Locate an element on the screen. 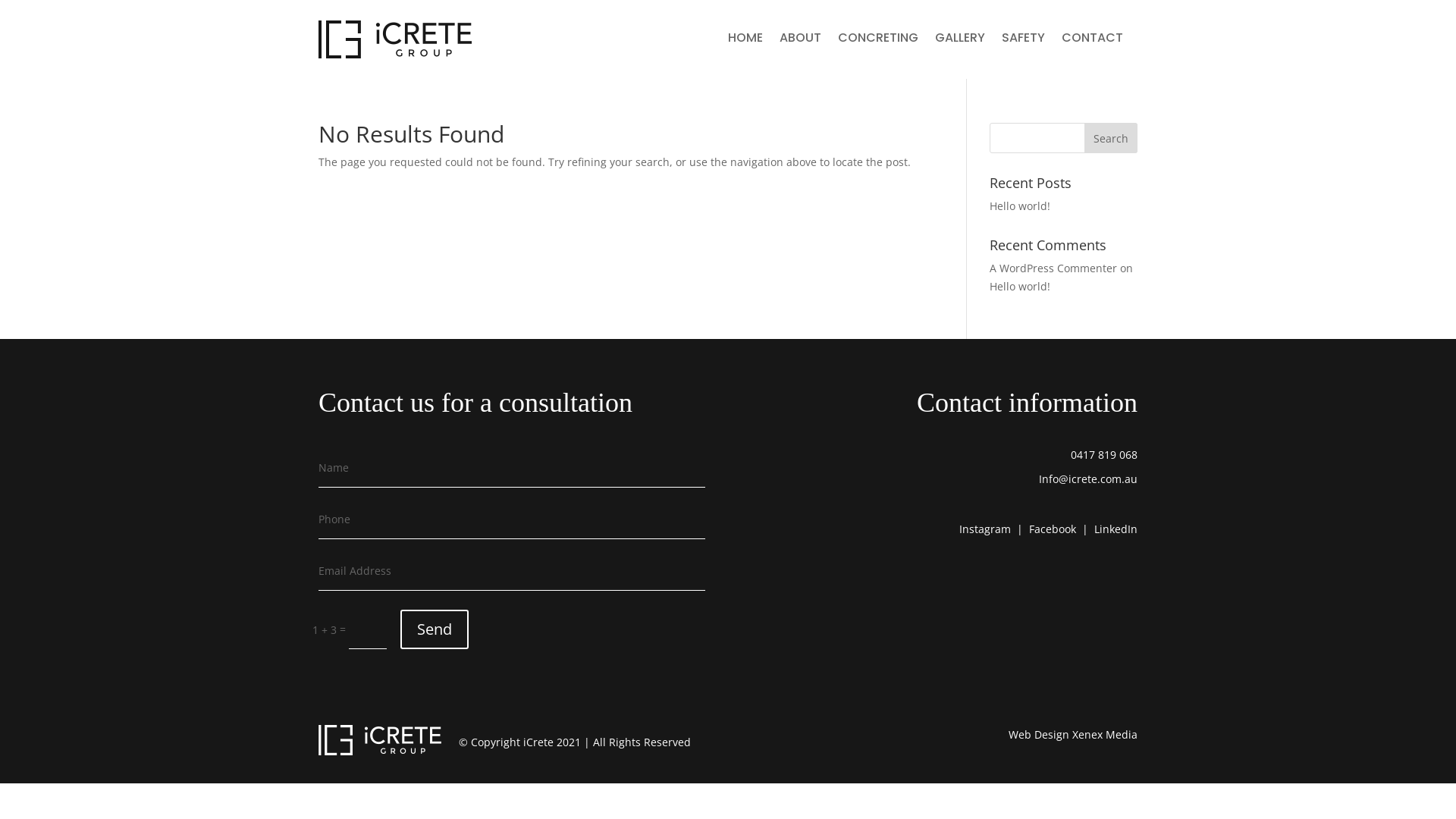 This screenshot has height=819, width=1456. 'A WordPress Commenter' is located at coordinates (1052, 267).